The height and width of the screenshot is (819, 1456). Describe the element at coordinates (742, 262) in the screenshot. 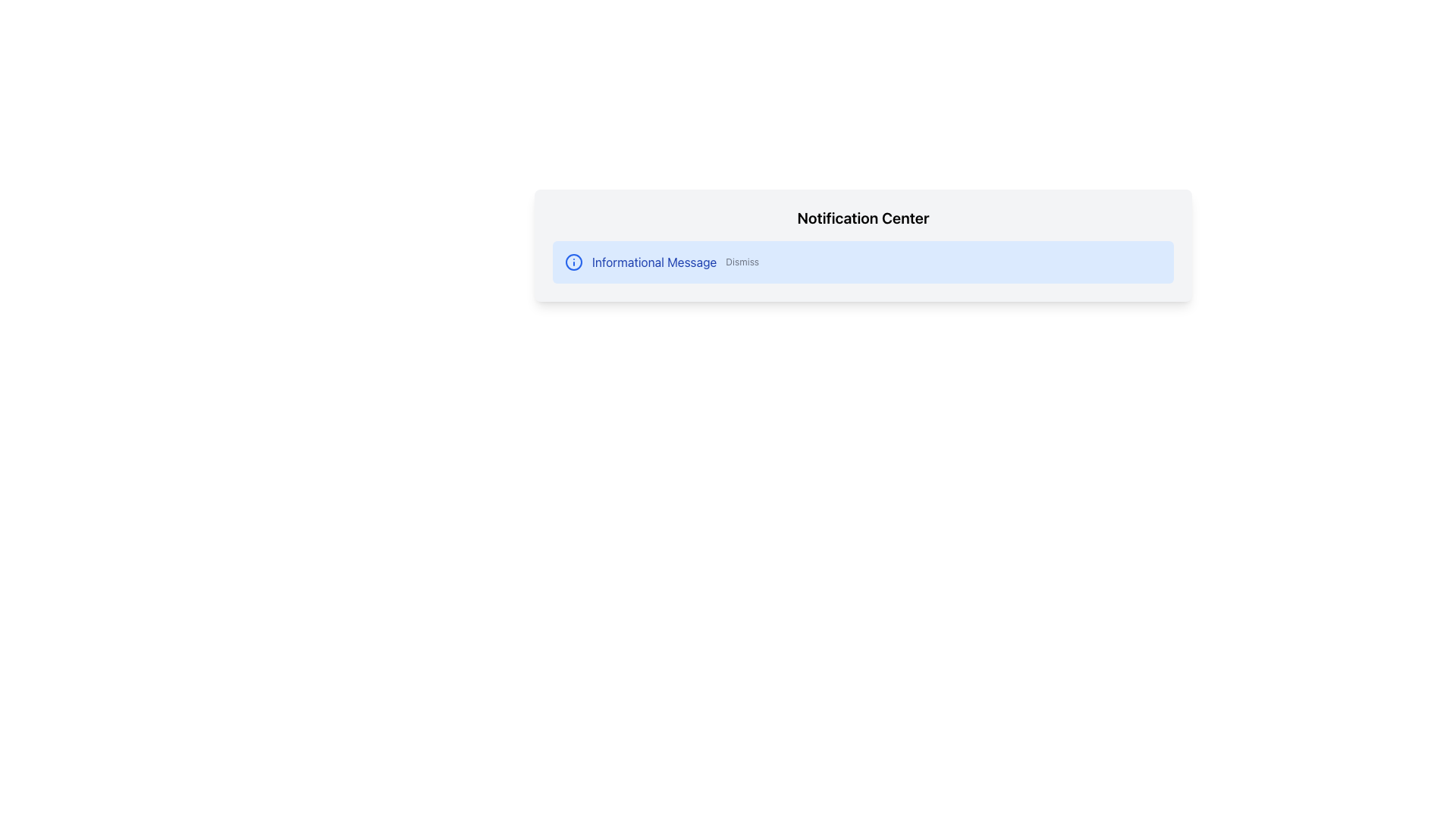

I see `the dismiss button located to the right of the message within the blue background of the notification card` at that location.